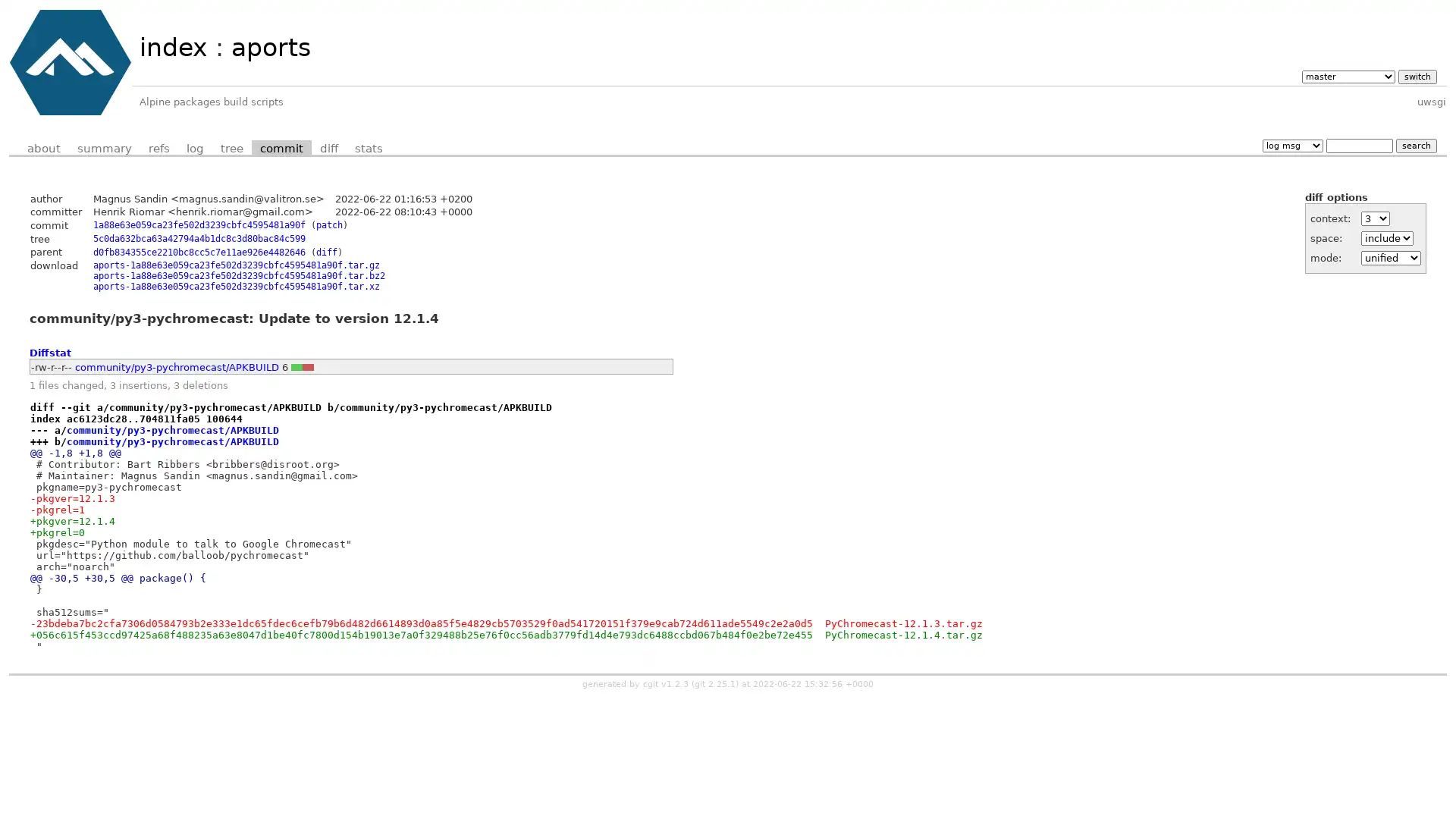 This screenshot has width=1456, height=819. What do you see at coordinates (1416, 76) in the screenshot?
I see `switch` at bounding box center [1416, 76].